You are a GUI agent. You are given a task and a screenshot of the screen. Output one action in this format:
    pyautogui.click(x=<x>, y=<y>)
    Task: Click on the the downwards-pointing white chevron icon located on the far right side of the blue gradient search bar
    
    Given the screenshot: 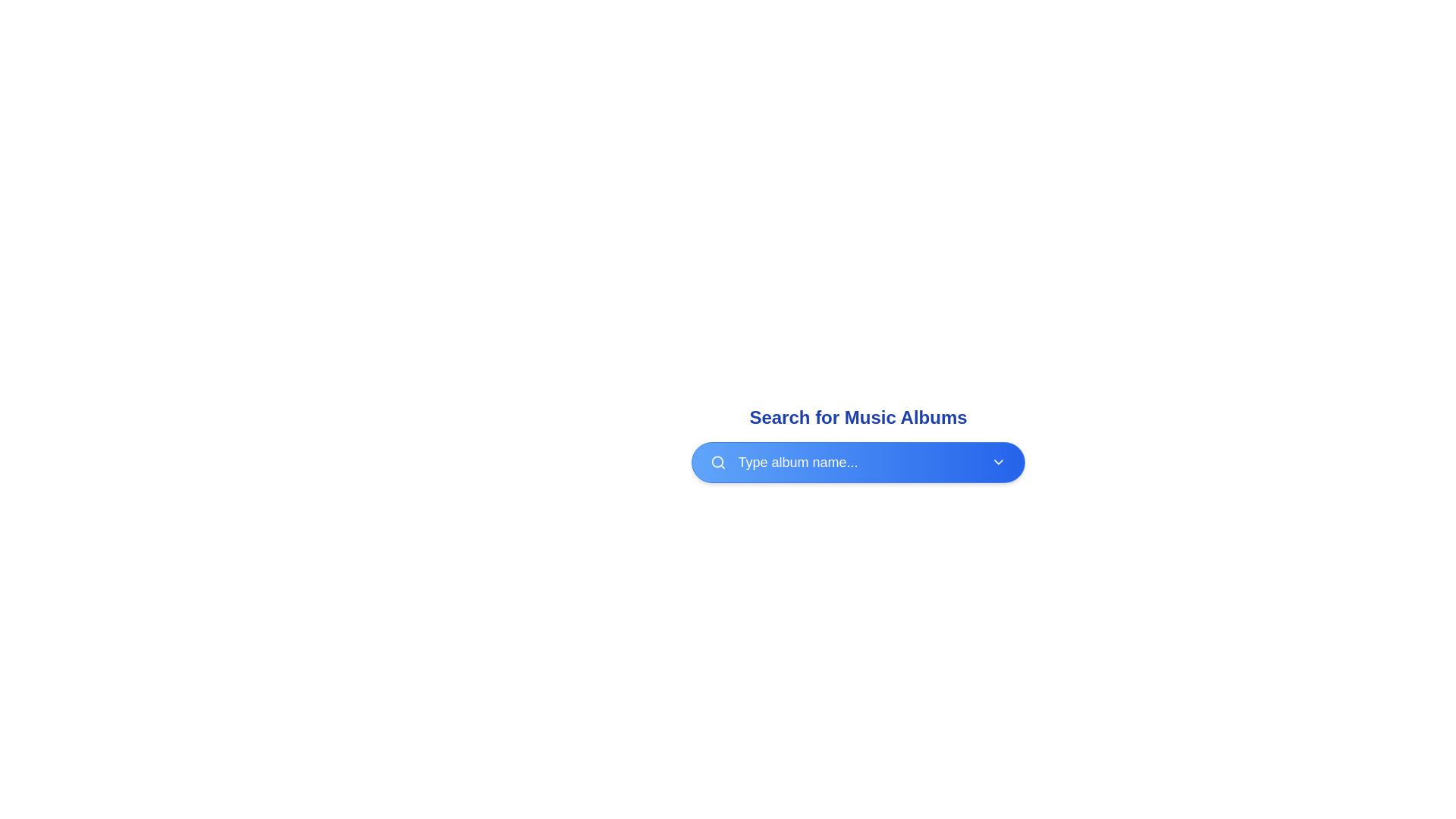 What is the action you would take?
    pyautogui.click(x=998, y=461)
    